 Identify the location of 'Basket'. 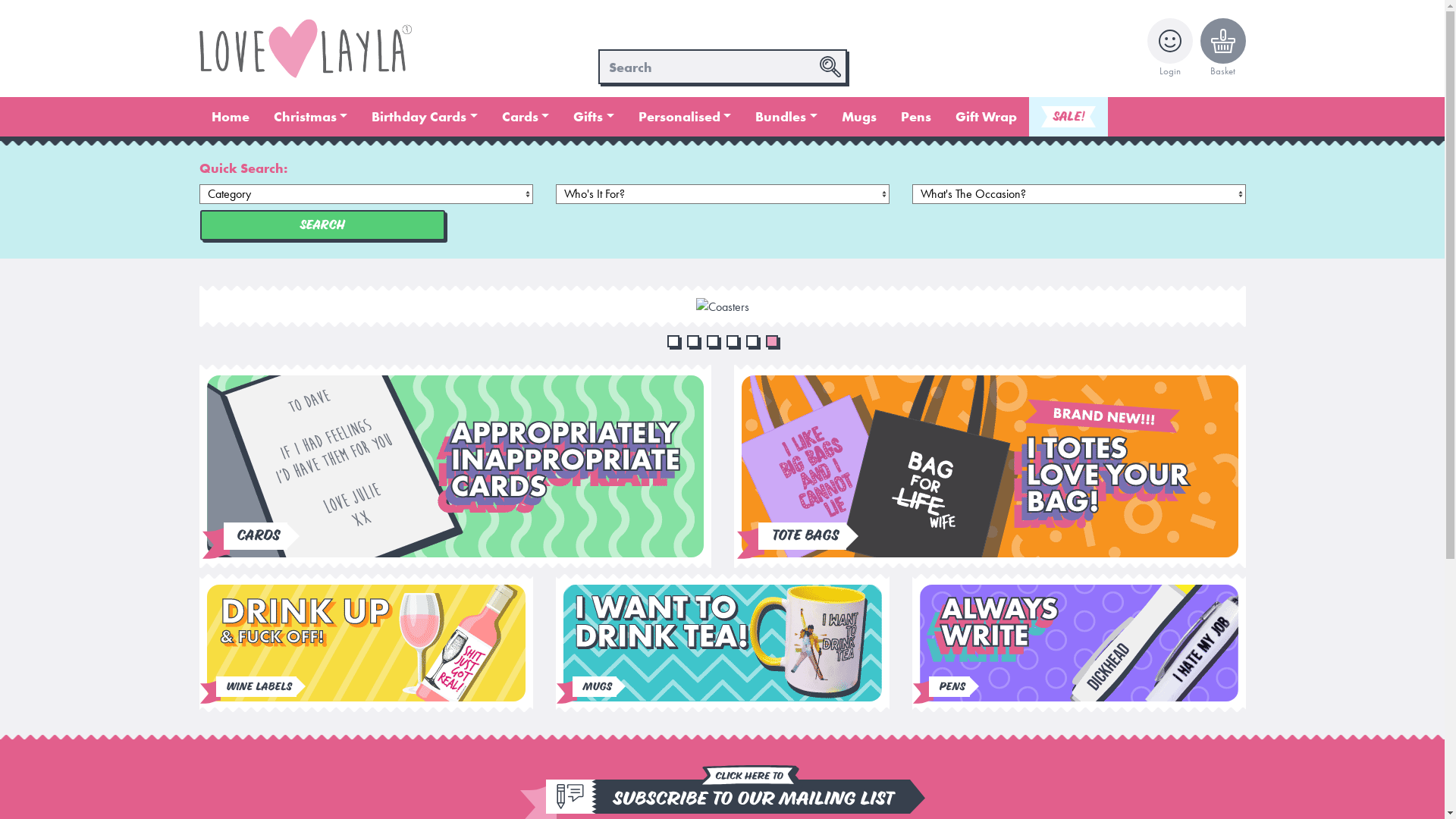
(1199, 48).